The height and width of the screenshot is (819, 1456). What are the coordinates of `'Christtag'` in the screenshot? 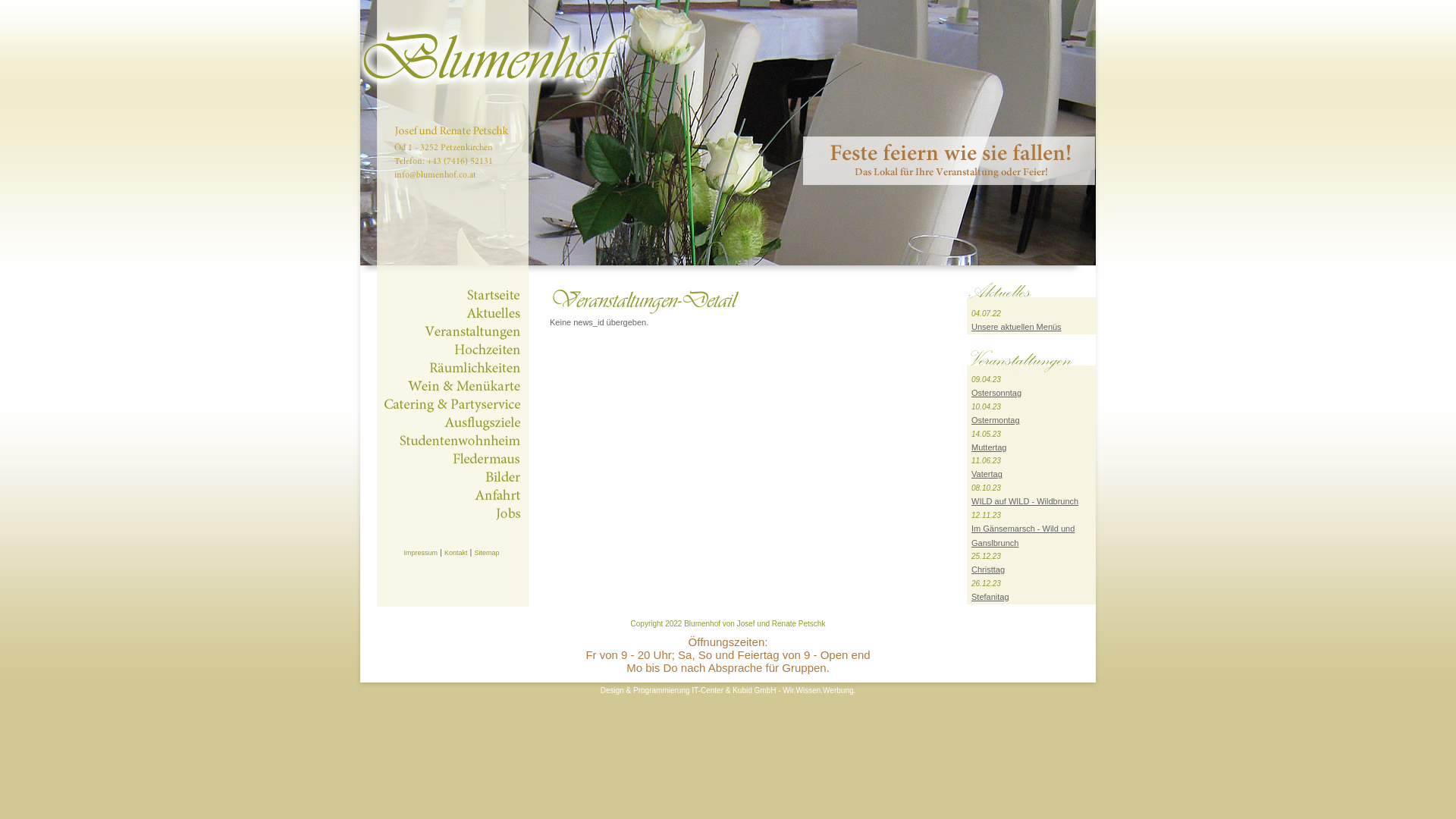 It's located at (987, 570).